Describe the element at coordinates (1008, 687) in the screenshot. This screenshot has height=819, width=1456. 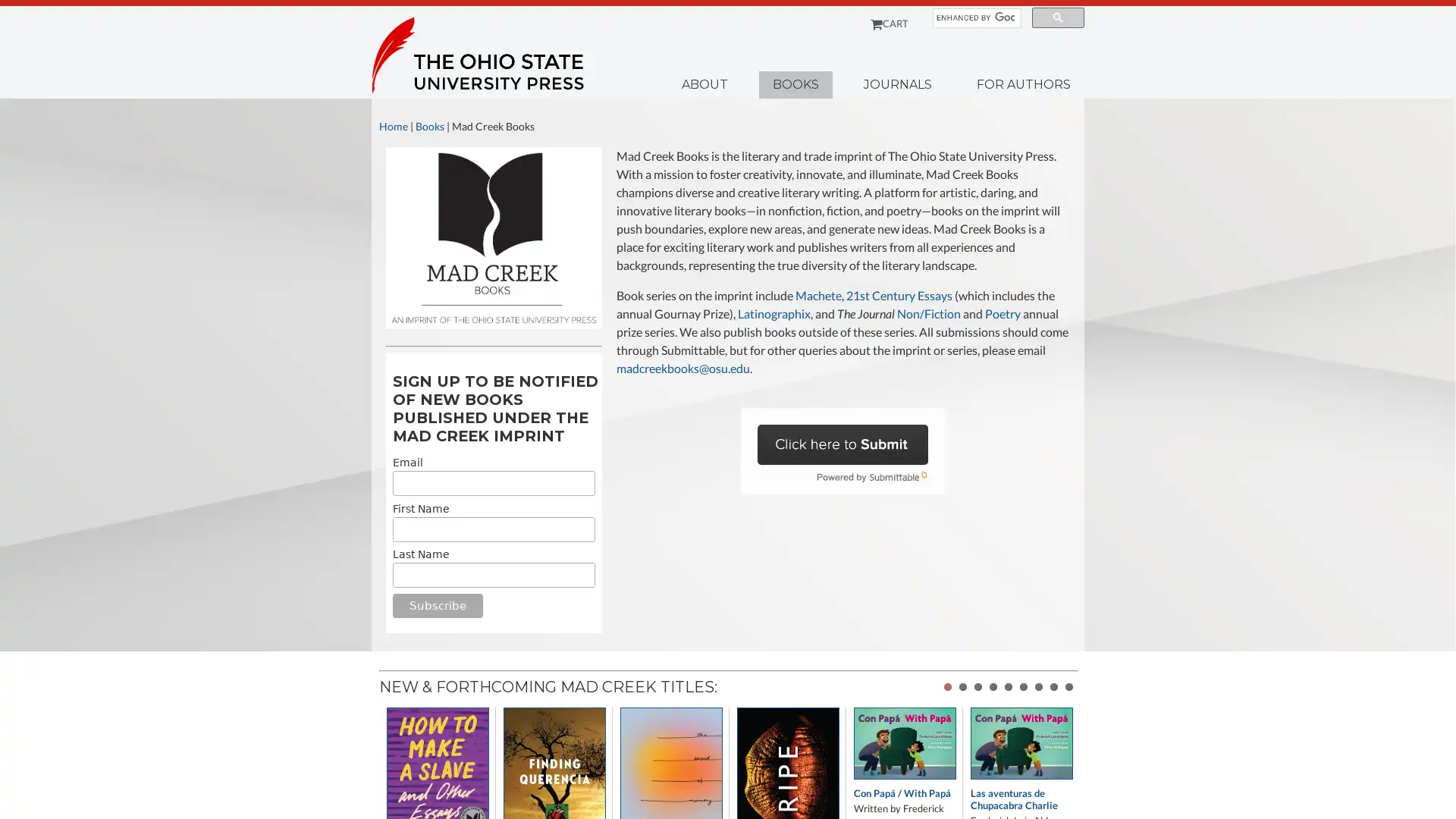
I see `5` at that location.